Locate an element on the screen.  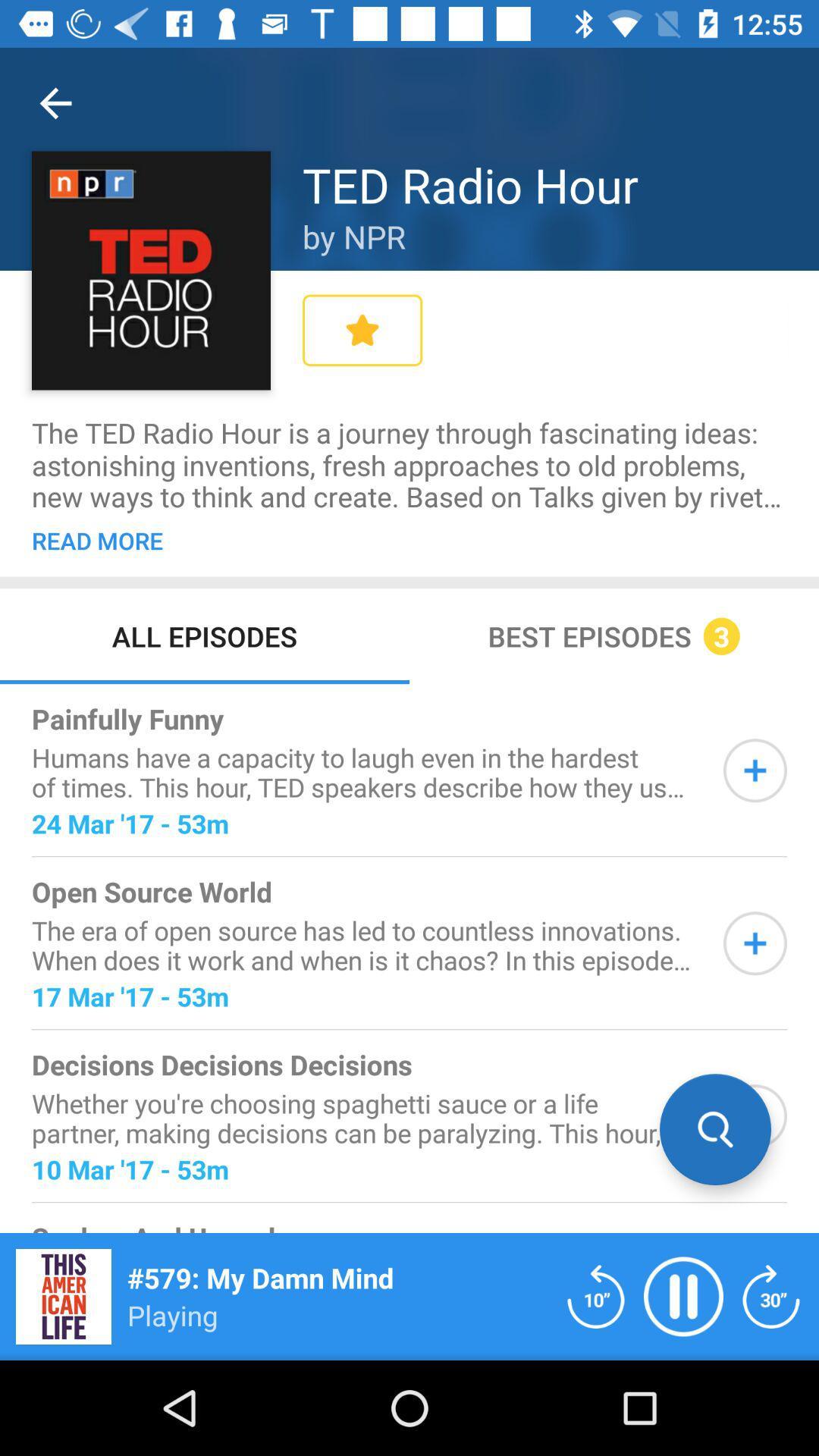
keyword search is located at coordinates (755, 1116).